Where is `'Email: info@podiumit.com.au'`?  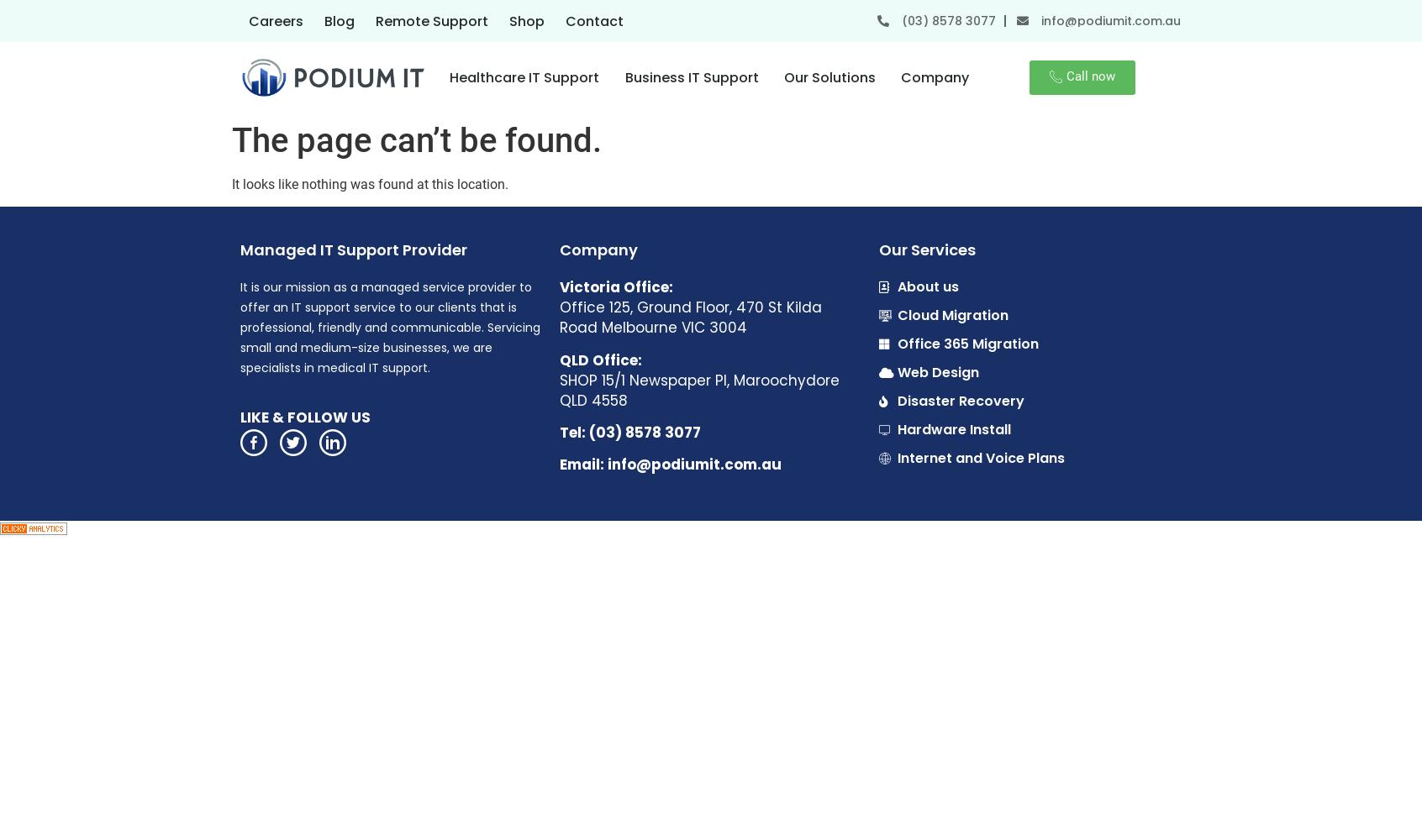 'Email: info@podiumit.com.au' is located at coordinates (558, 465).